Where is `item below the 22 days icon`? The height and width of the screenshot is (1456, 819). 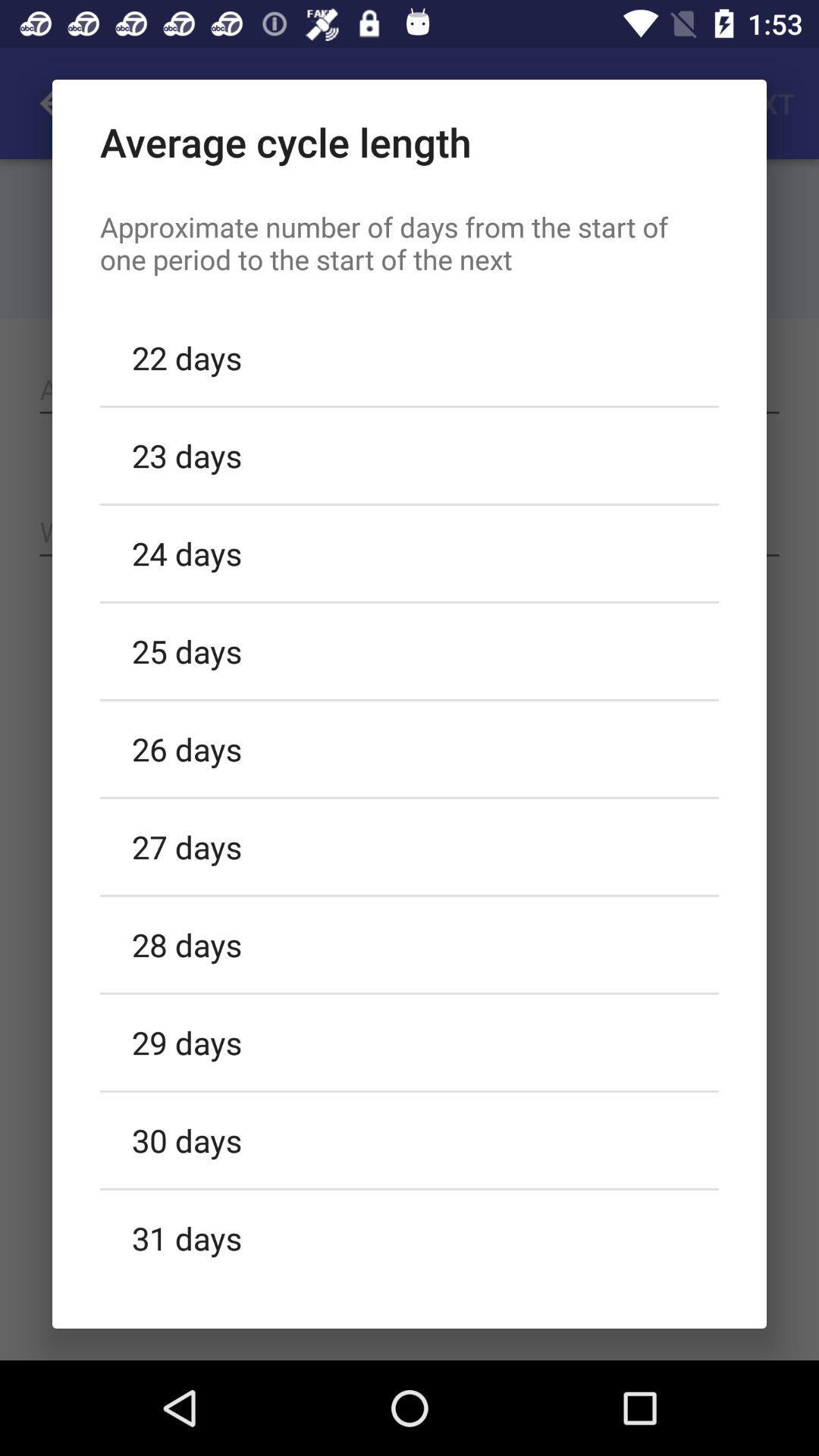 item below the 22 days icon is located at coordinates (409, 454).